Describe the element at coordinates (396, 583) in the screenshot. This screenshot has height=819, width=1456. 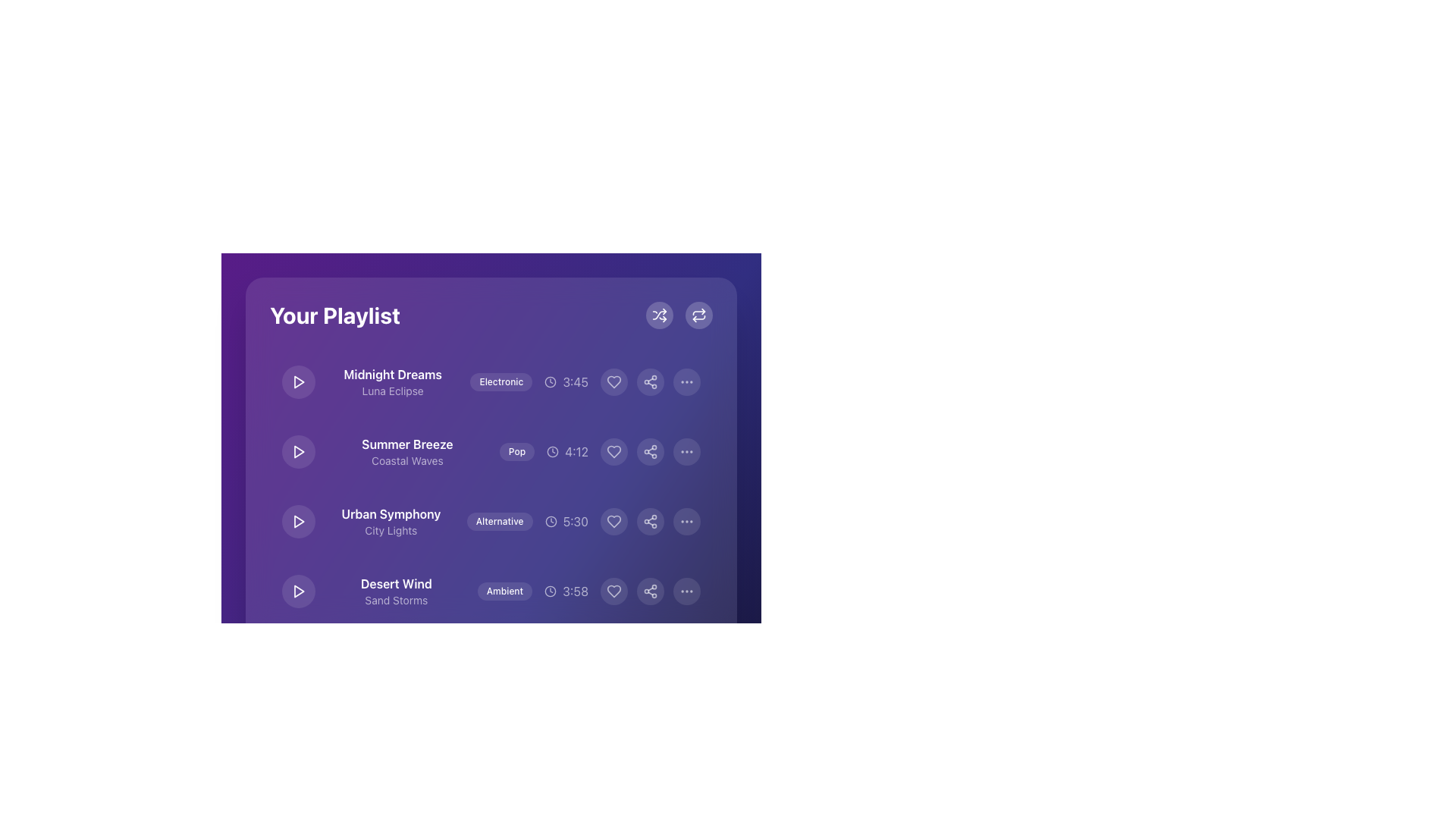
I see `the text label 'Desert Wind', which is displayed in bold, white font on a purple background and is the fourth item in the playlist, positioned above 'Sand Storms'` at that location.